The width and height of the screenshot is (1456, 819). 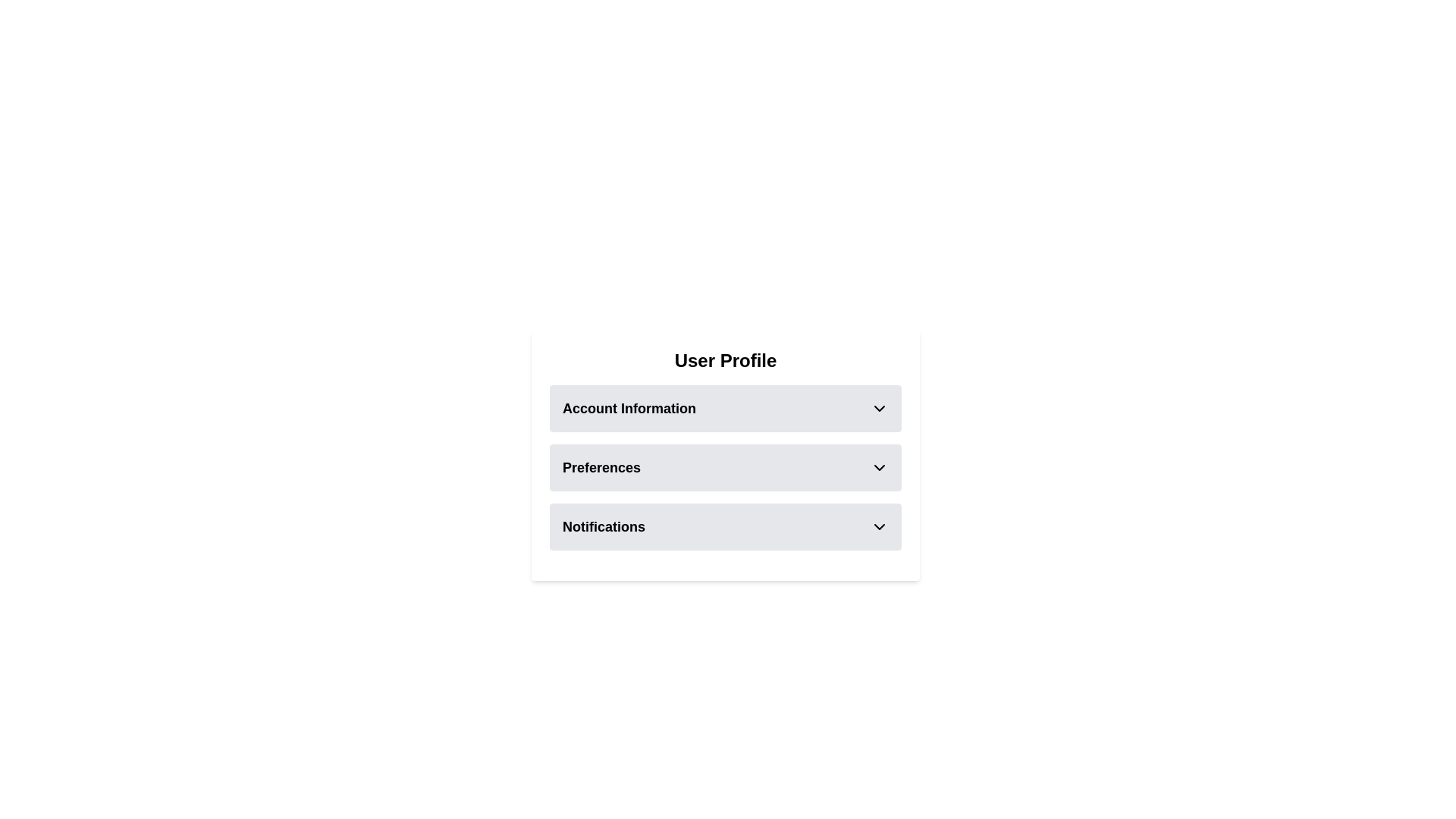 What do you see at coordinates (629, 408) in the screenshot?
I see `the 'Account Information' text label located at the top of the list under 'User Profile'` at bounding box center [629, 408].